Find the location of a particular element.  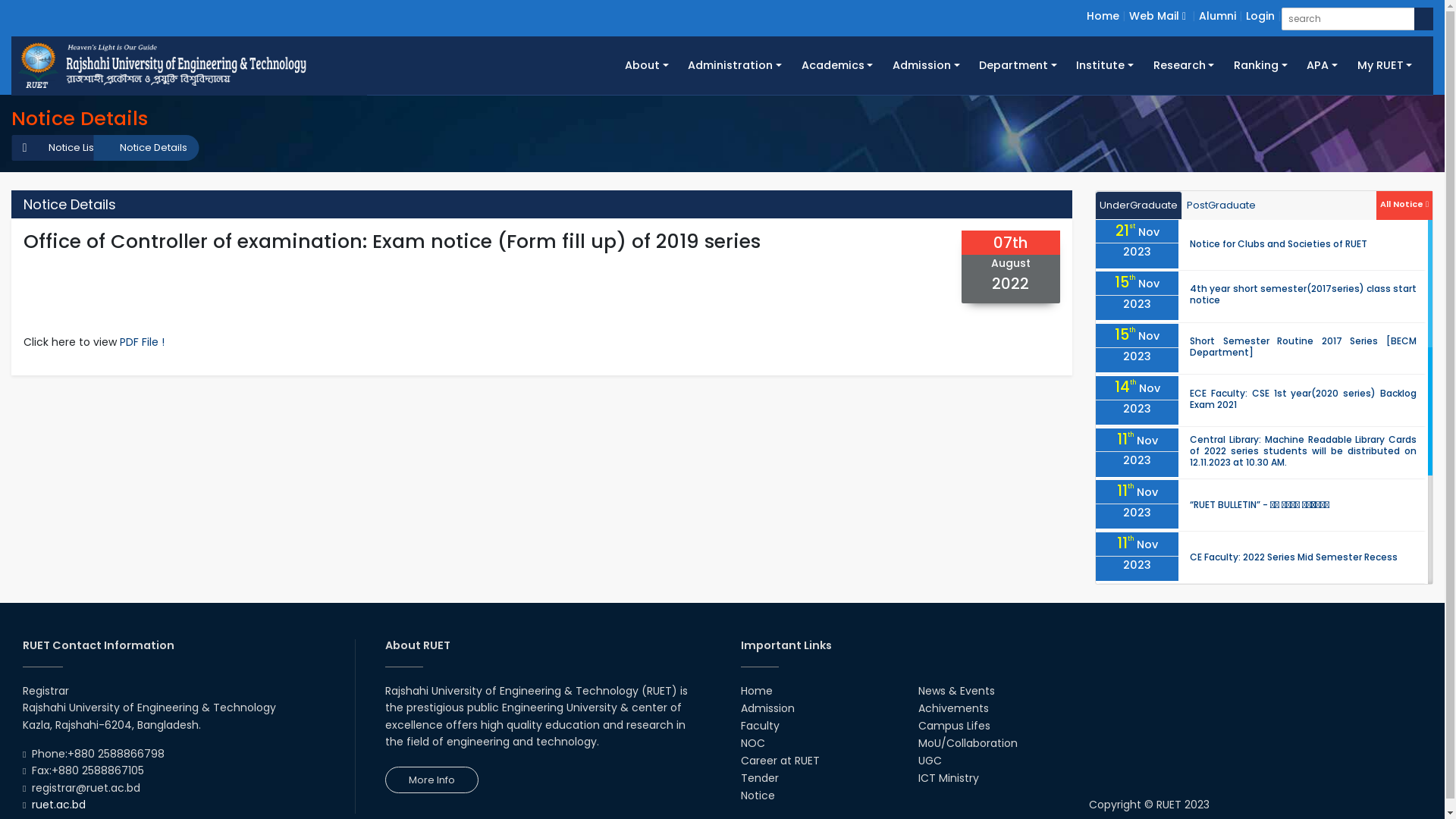

'Notice' is located at coordinates (757, 795).